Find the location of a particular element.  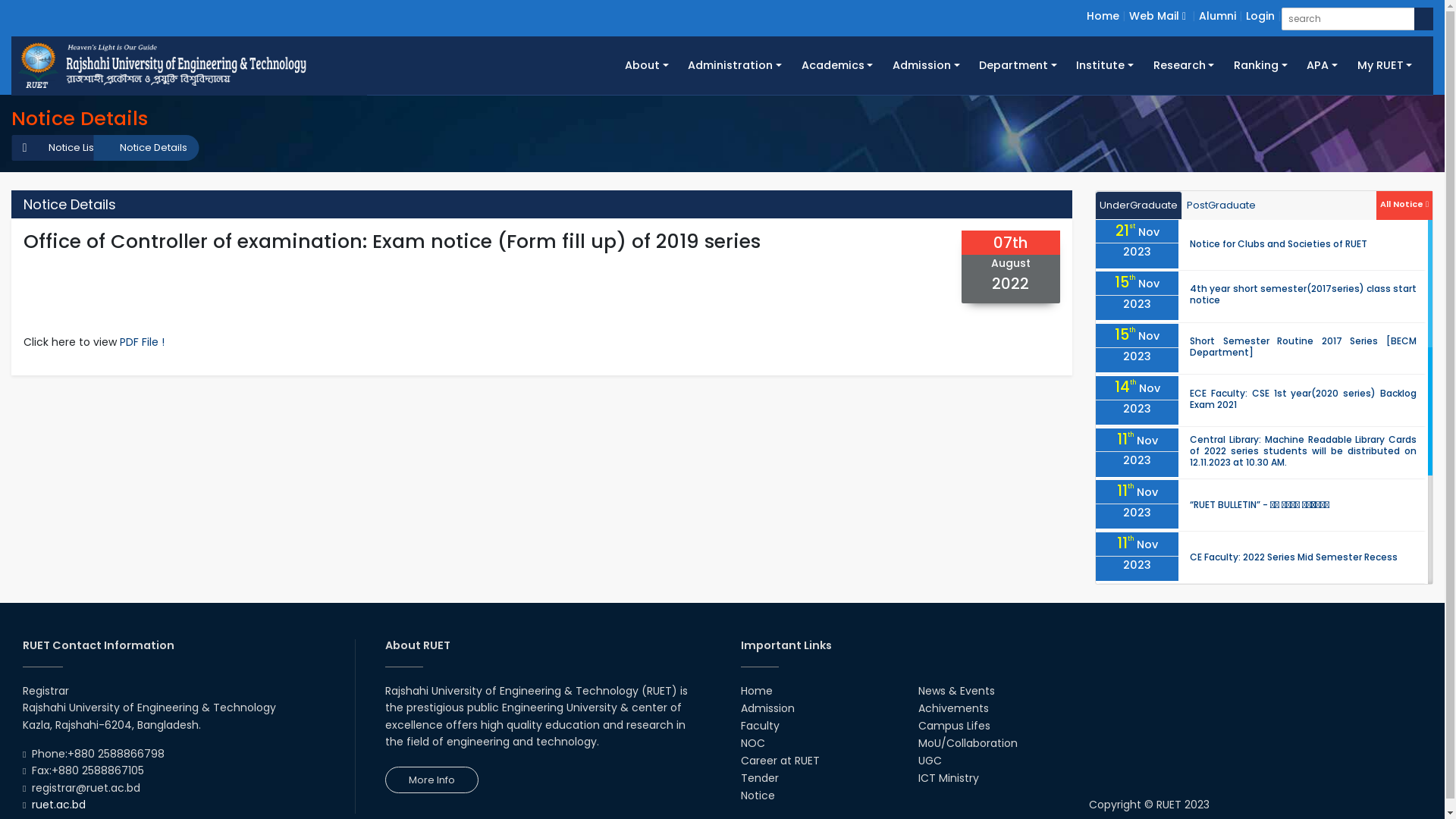

'Notice' is located at coordinates (757, 795).